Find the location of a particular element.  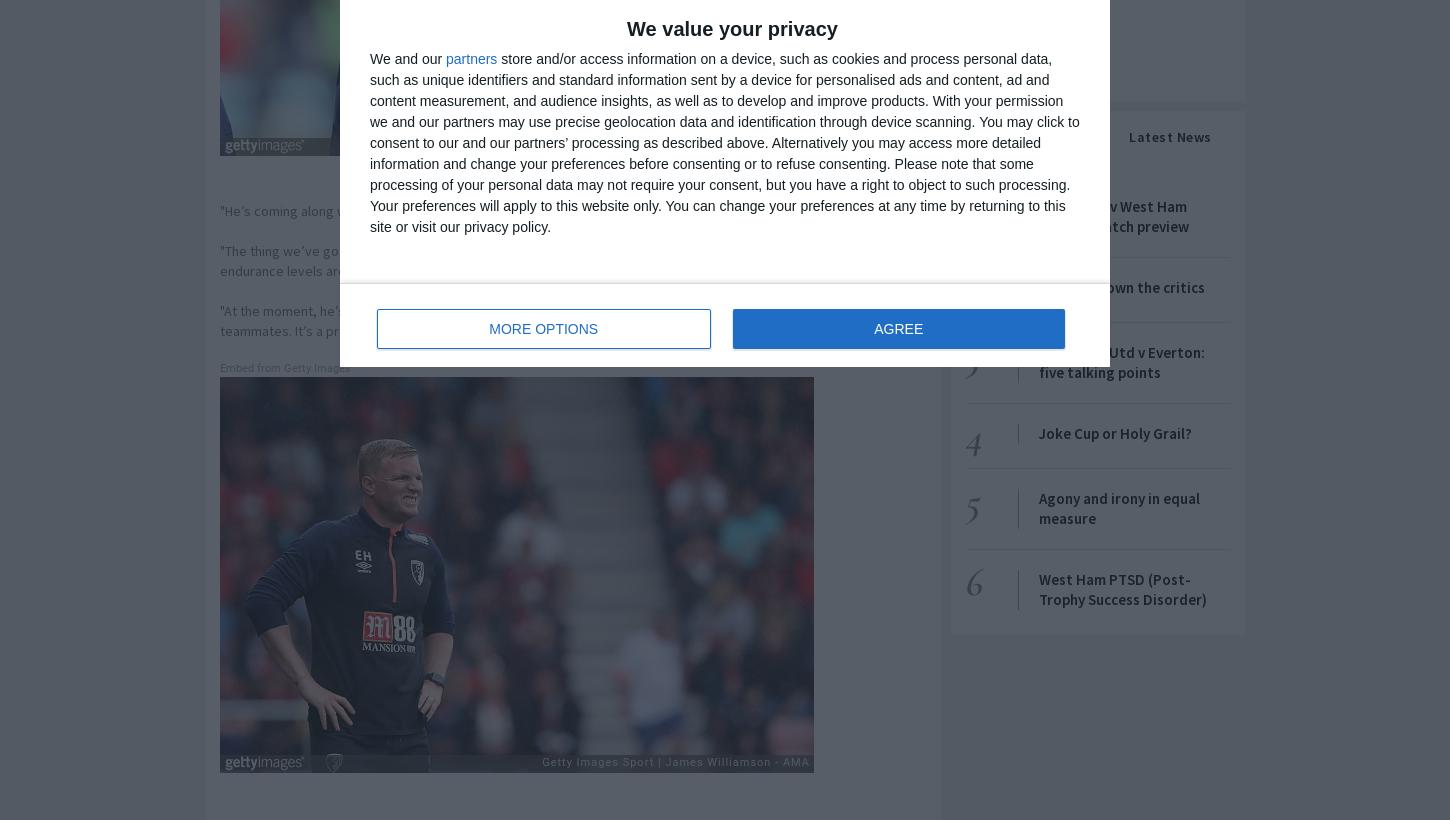

'West Ham Utd v Everton: five talking points' is located at coordinates (1121, 361).